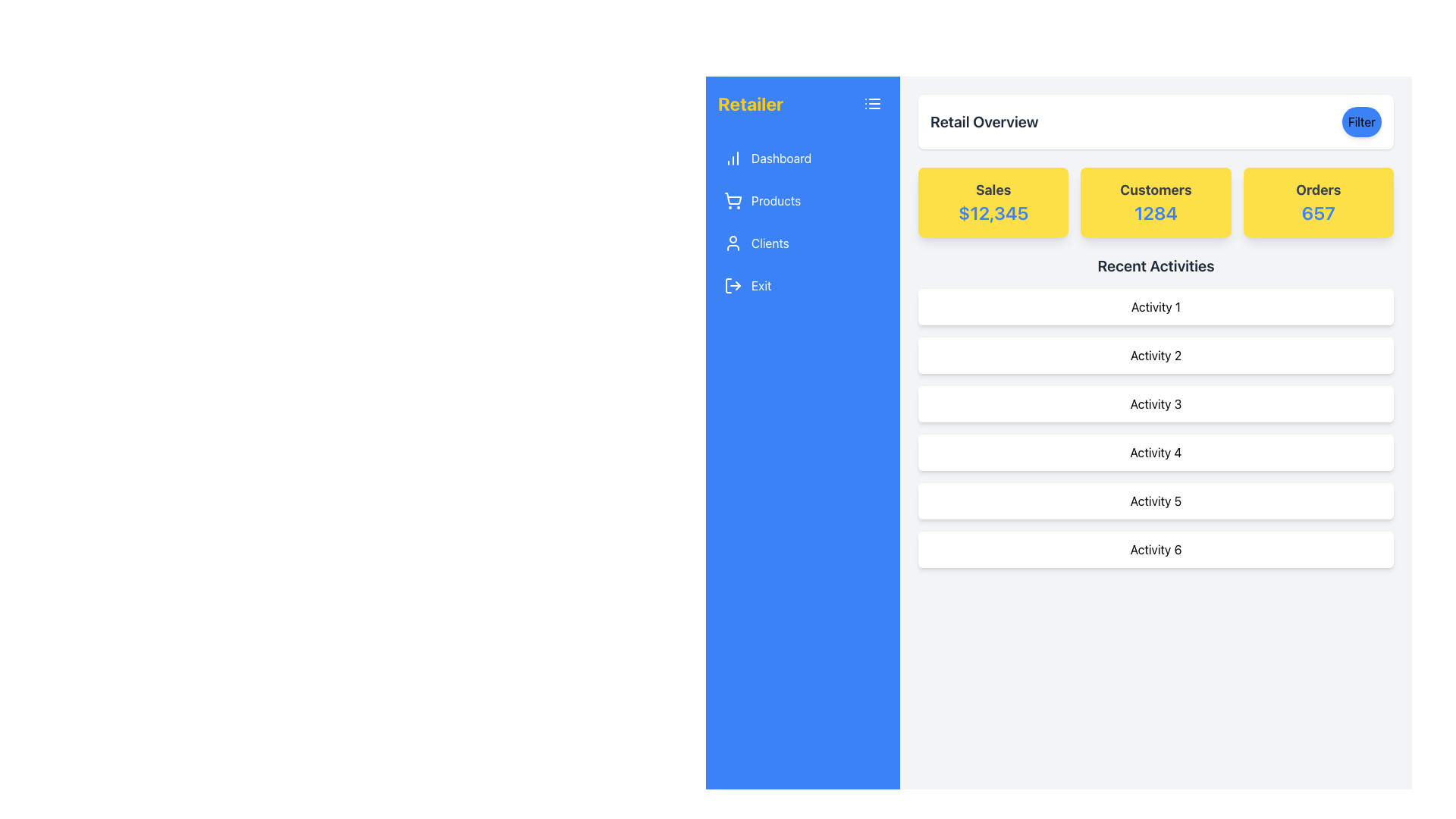  What do you see at coordinates (733, 242) in the screenshot?
I see `the 'Clients' icon in the vertical navigation menu` at bounding box center [733, 242].